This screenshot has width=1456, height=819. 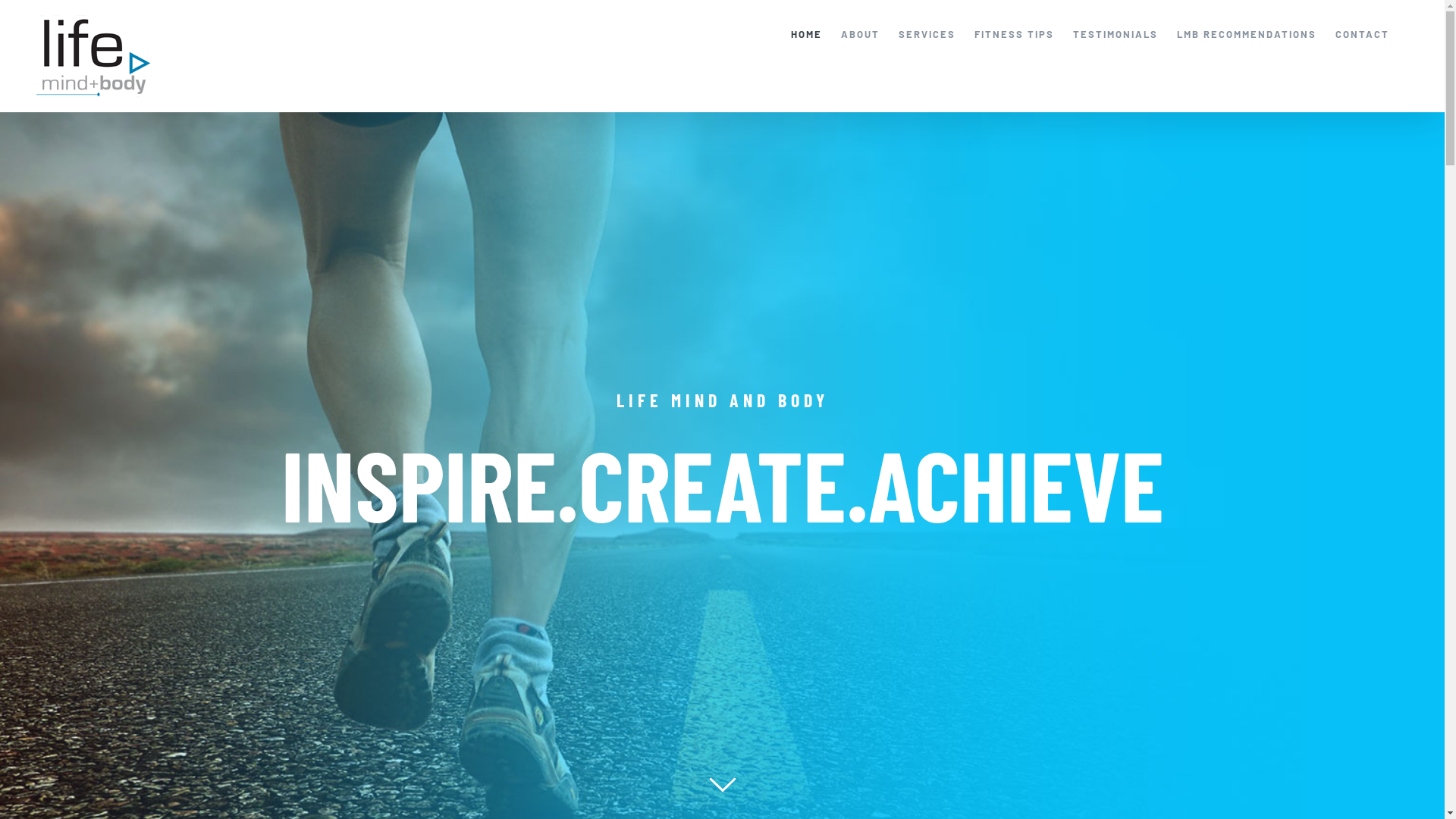 What do you see at coordinates (899, 34) in the screenshot?
I see `'SERVICES'` at bounding box center [899, 34].